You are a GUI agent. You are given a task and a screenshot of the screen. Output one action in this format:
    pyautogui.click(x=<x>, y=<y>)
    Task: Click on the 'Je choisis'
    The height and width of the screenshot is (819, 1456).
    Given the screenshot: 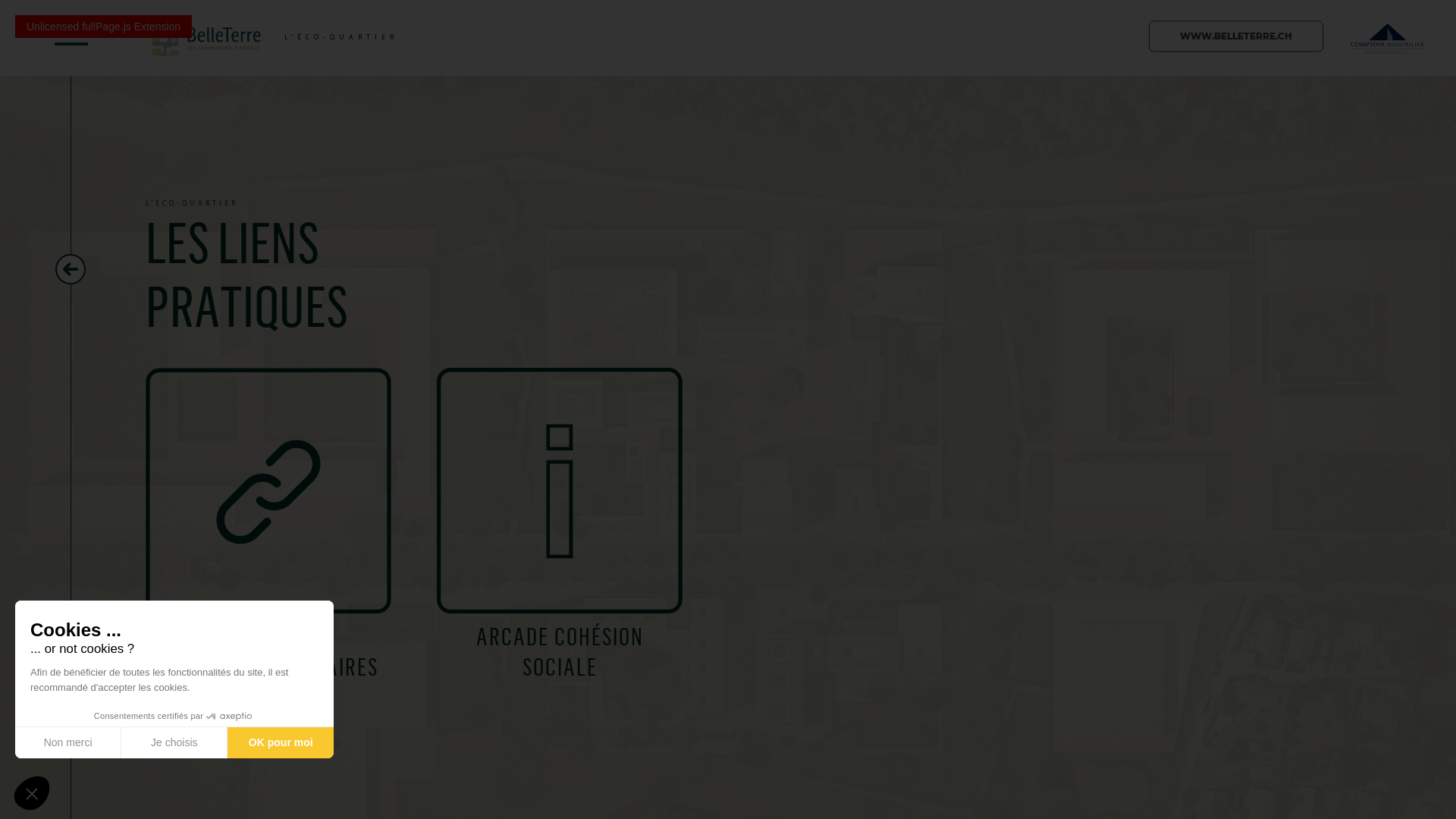 What is the action you would take?
    pyautogui.click(x=174, y=742)
    